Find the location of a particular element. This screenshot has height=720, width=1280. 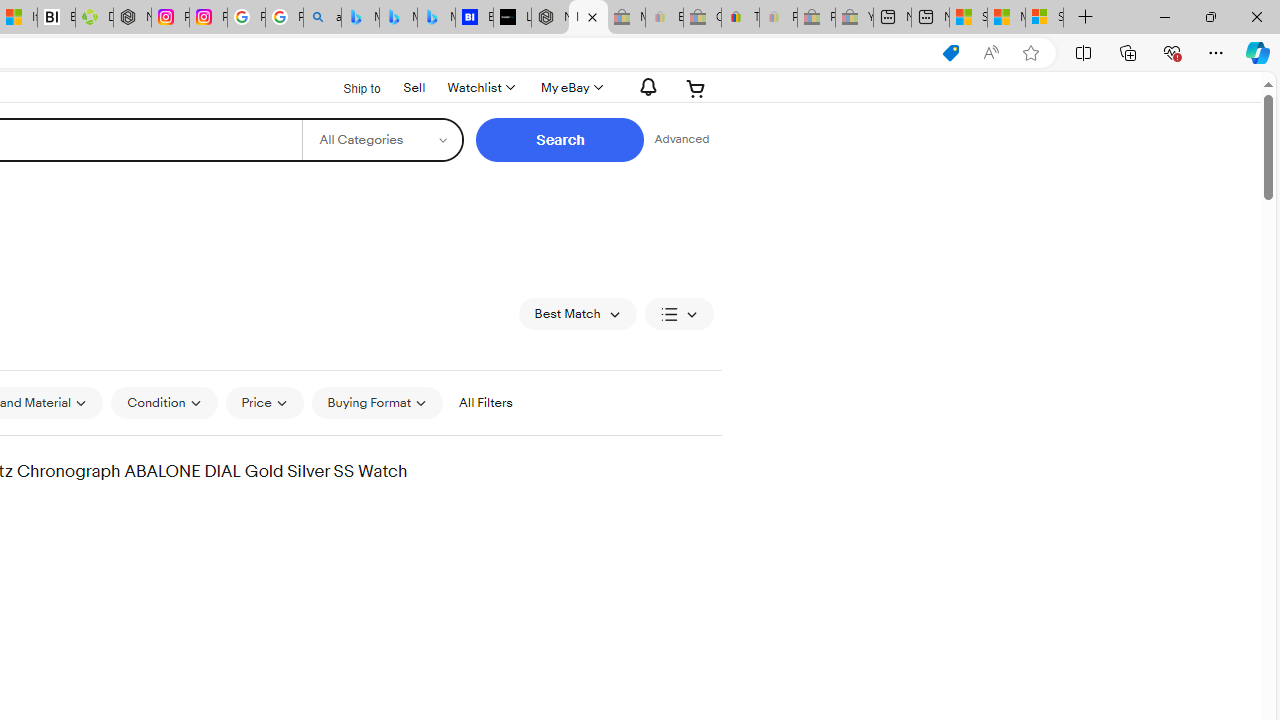

'Yard, Garden & Outdoor Living - Sleeping' is located at coordinates (854, 17).